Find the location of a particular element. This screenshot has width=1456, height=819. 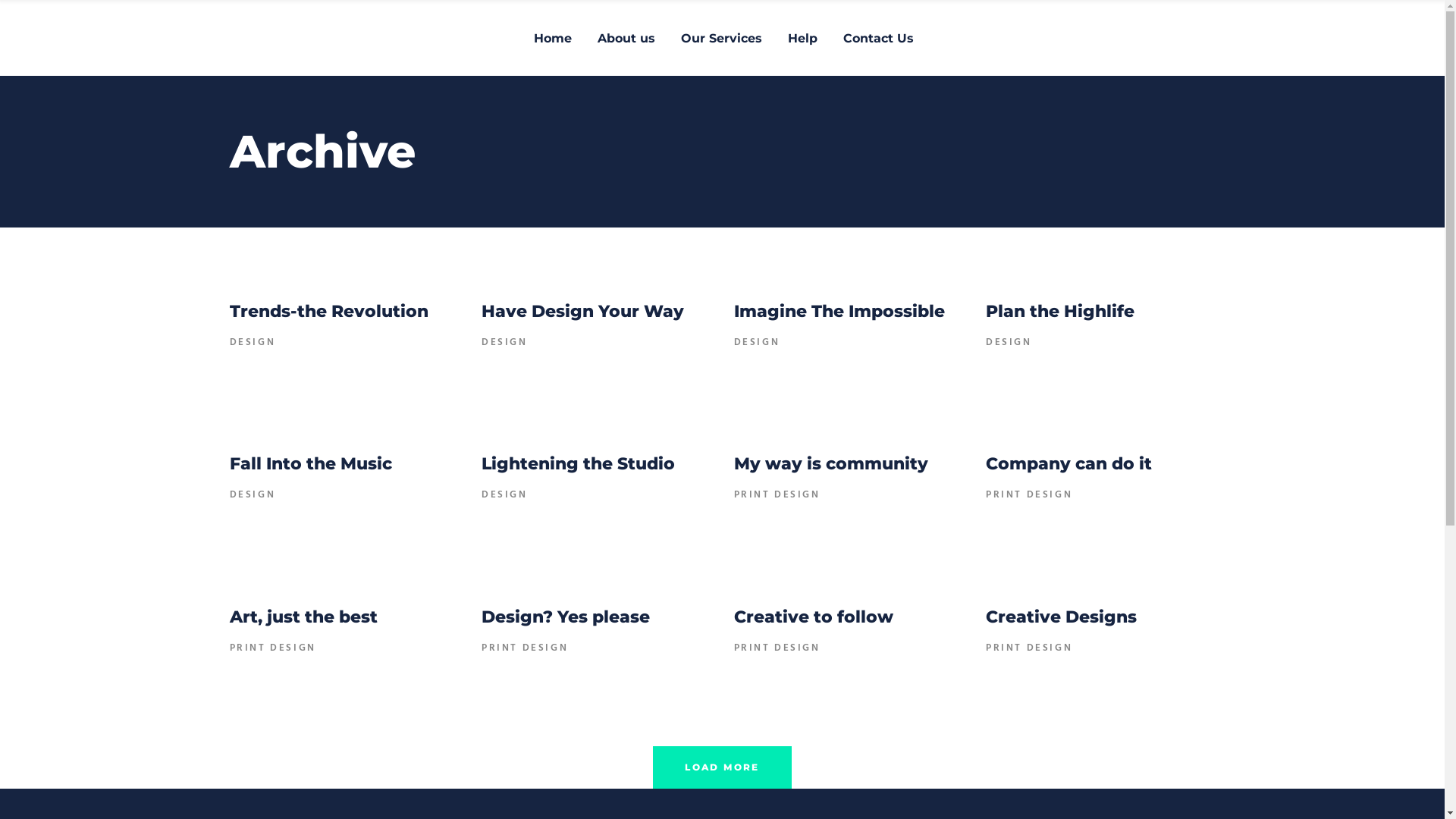

'Imagine The Impossible' is located at coordinates (839, 310).